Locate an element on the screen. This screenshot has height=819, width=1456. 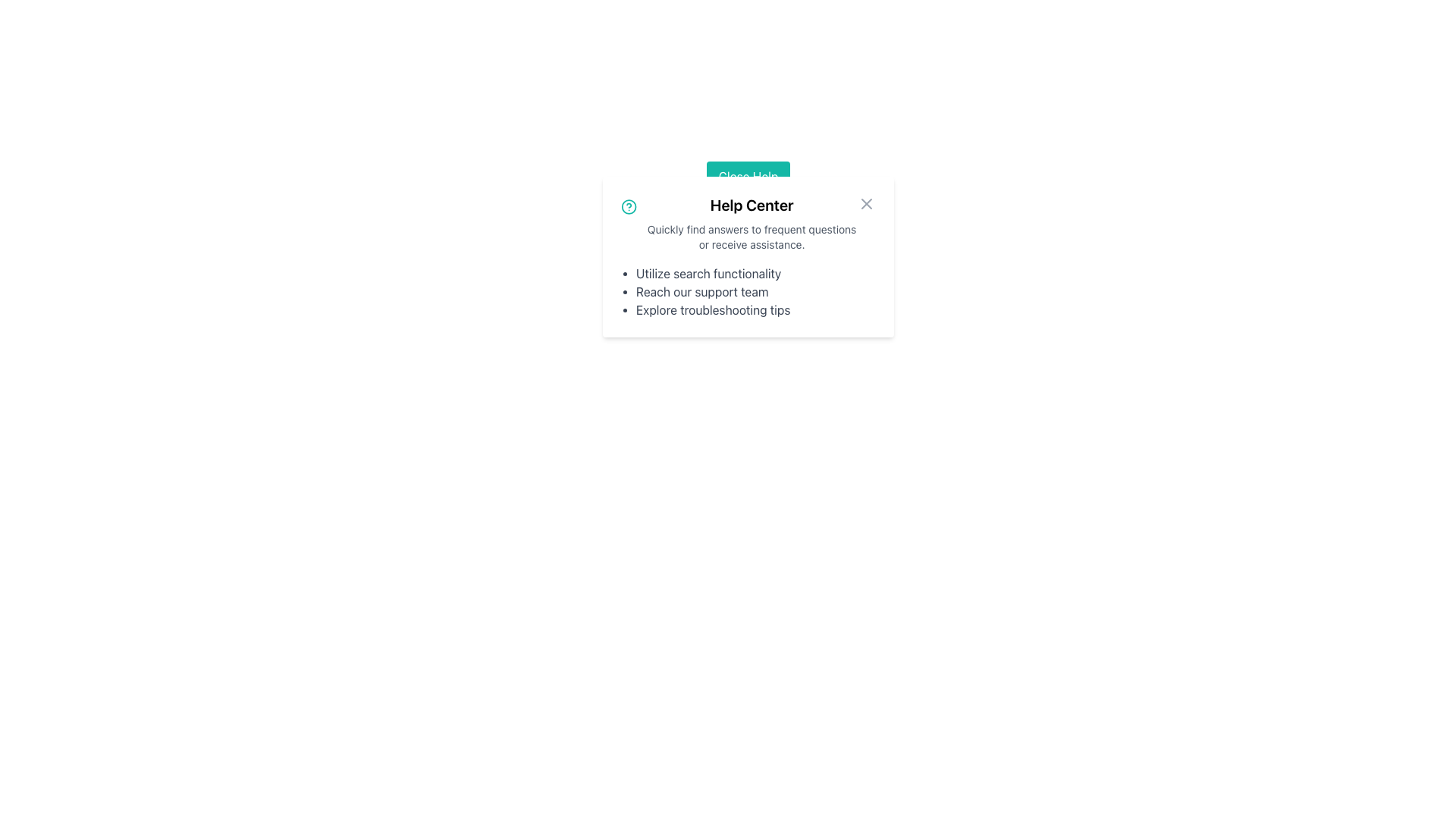
the static text display providing information to connect with the support team, located below the 'Help Center' heading is located at coordinates (756, 292).